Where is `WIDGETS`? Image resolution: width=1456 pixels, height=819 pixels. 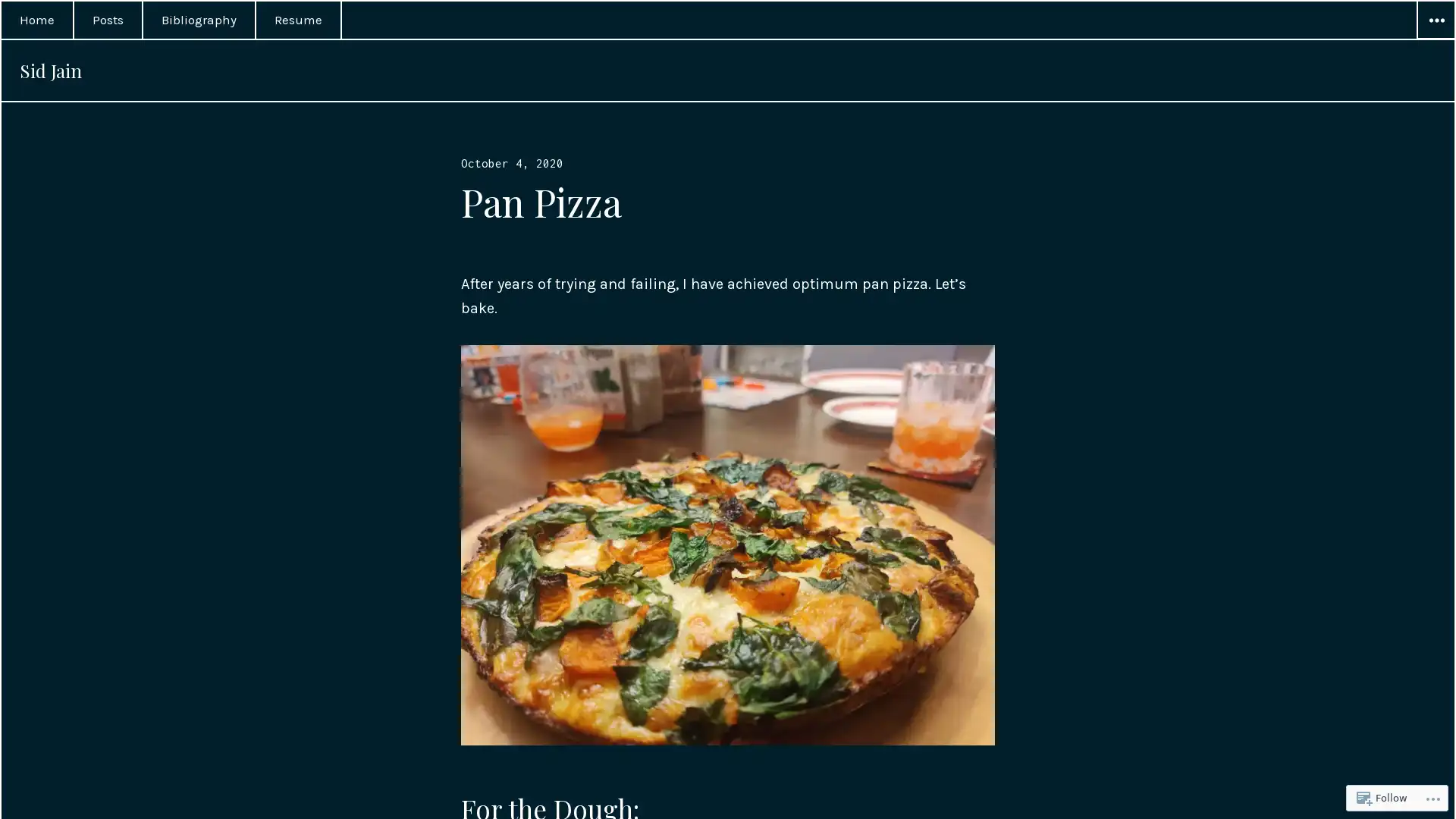 WIDGETS is located at coordinates (1434, 20).